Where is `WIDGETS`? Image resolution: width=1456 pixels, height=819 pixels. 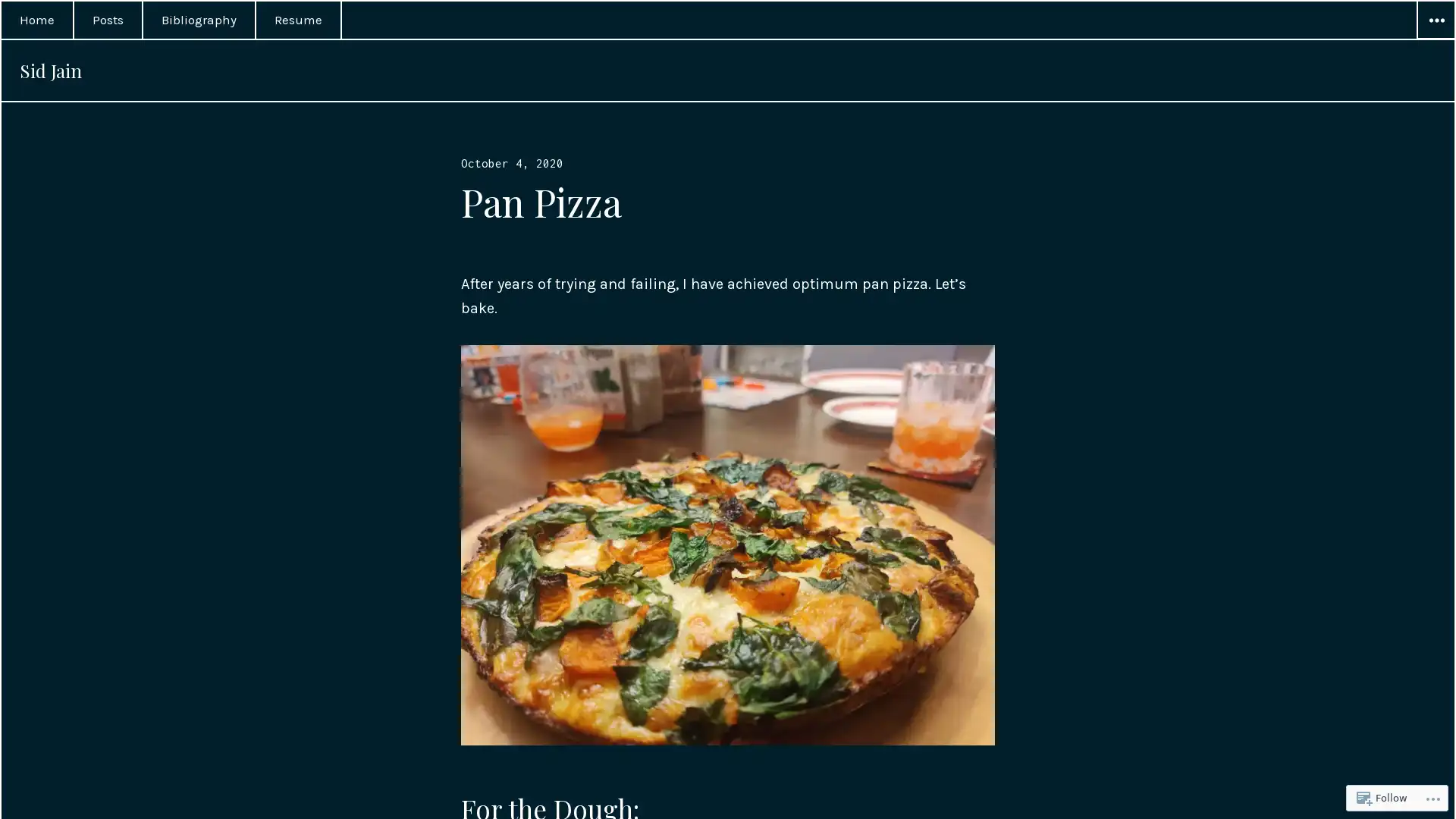 WIDGETS is located at coordinates (1434, 20).